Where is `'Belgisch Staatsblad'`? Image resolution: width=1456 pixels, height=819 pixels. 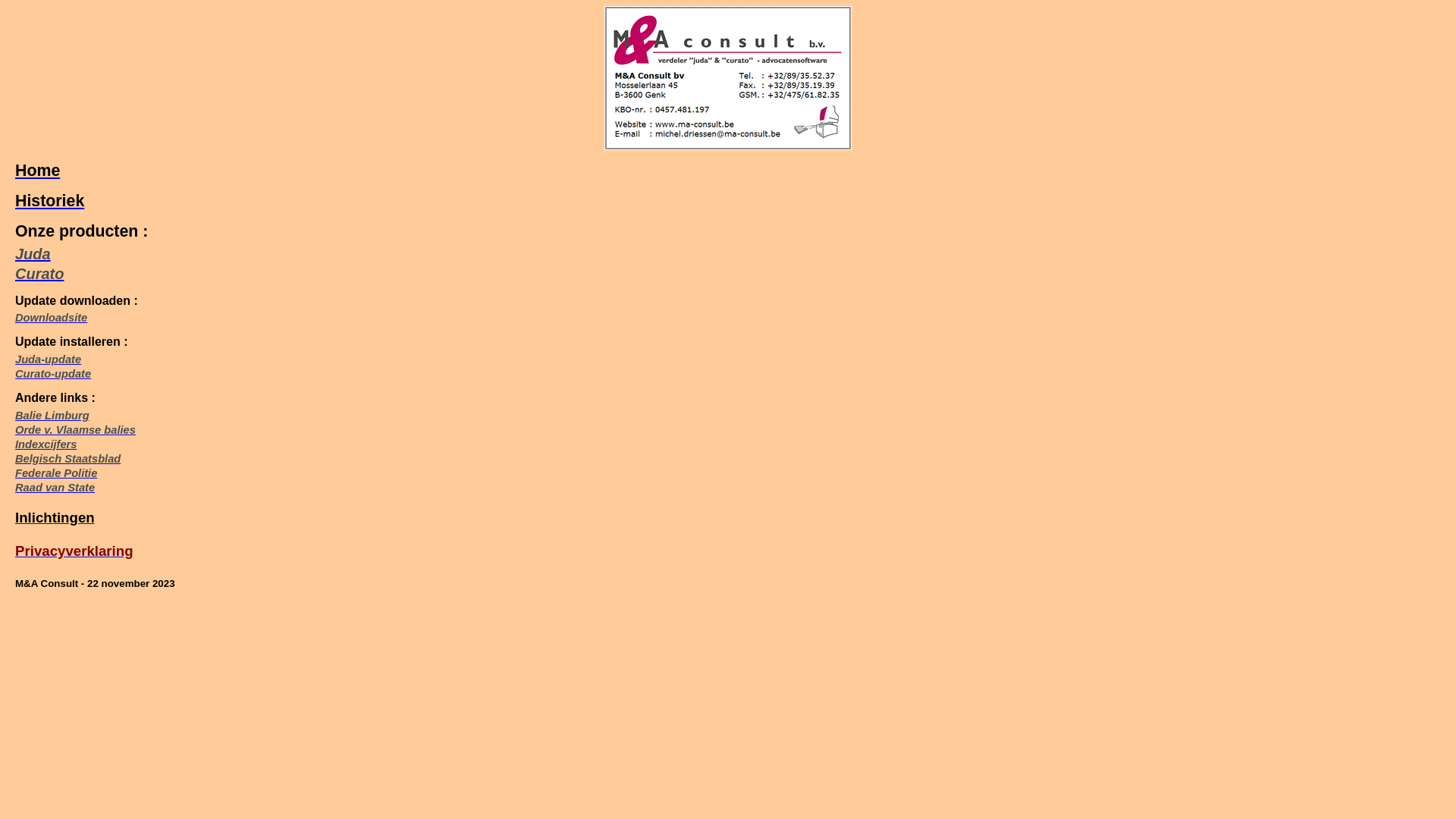
'Belgisch Staatsblad' is located at coordinates (67, 458).